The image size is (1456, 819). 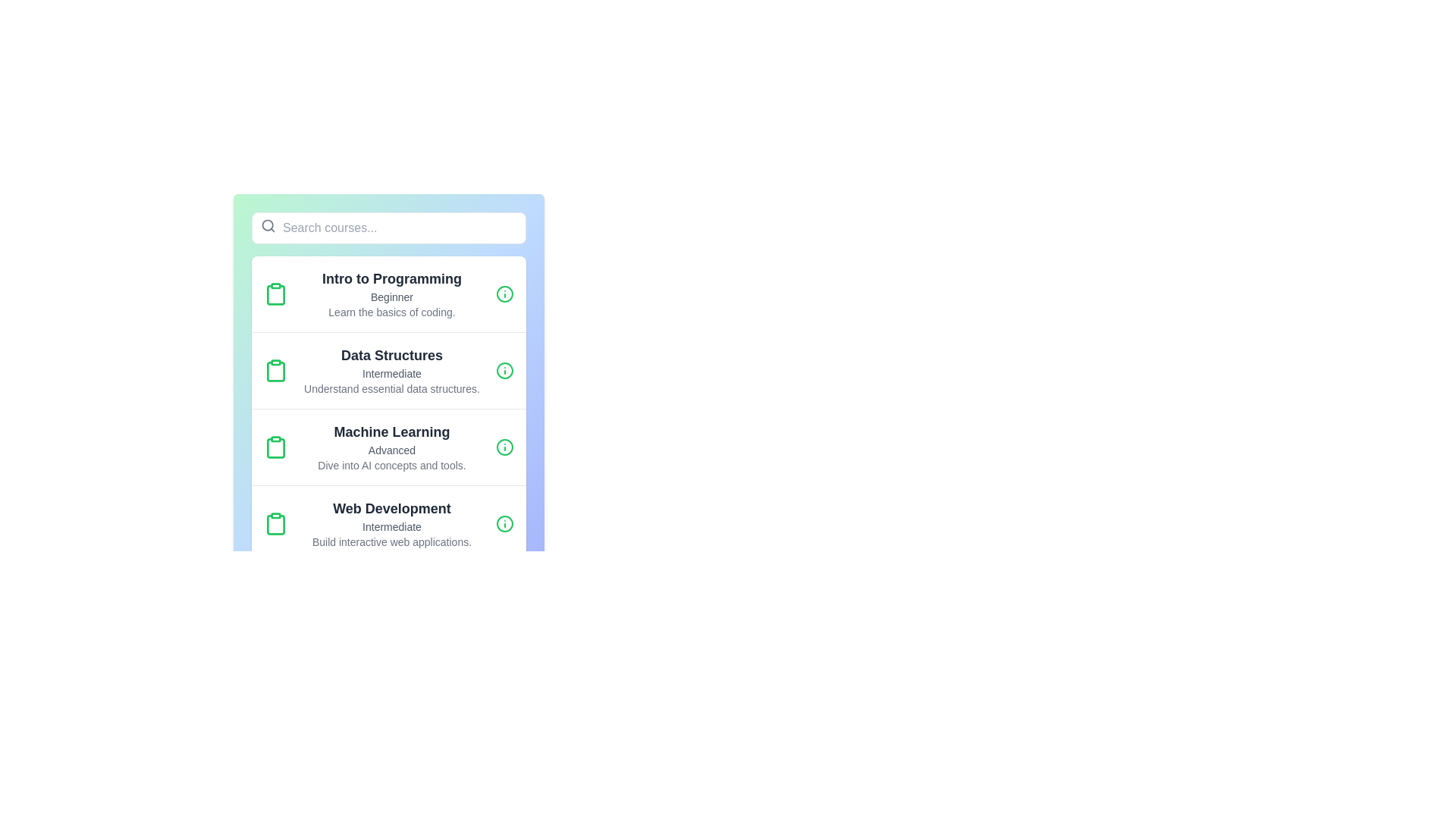 I want to click on the 'Data Structures' course title text label, which is positioned at the upper-middle part of the course panel and serves as the primary title indicating the topic of the panel, so click(x=392, y=356).